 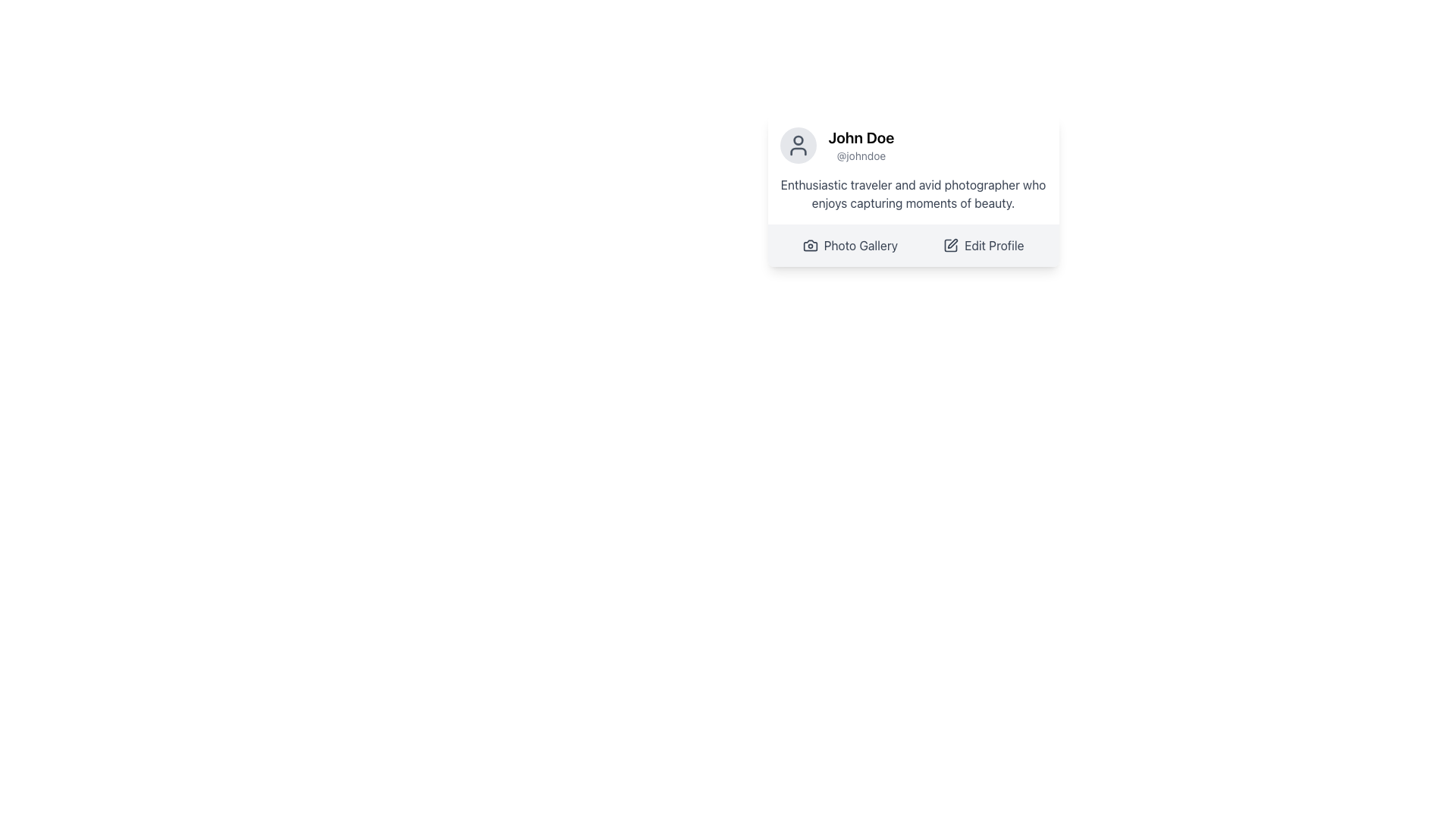 I want to click on the circular user profile icon with a light gray background, containing a dark gray head and shoulders outline, located at the top left corner of the profile card, next to the name 'John Doe' and username '@johndoe', so click(x=797, y=146).